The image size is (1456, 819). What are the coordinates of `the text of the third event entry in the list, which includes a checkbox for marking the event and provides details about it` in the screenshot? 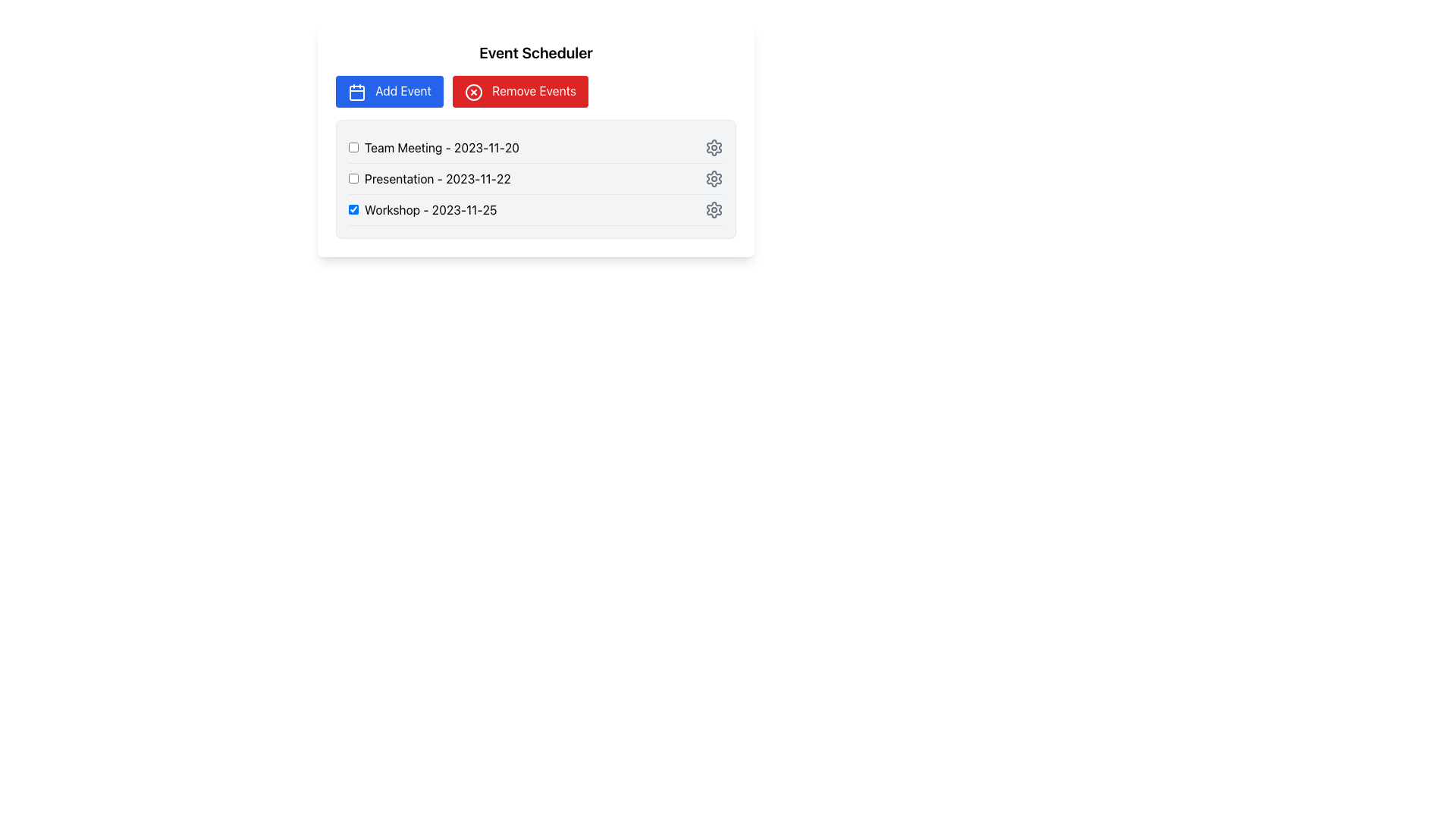 It's located at (422, 209).